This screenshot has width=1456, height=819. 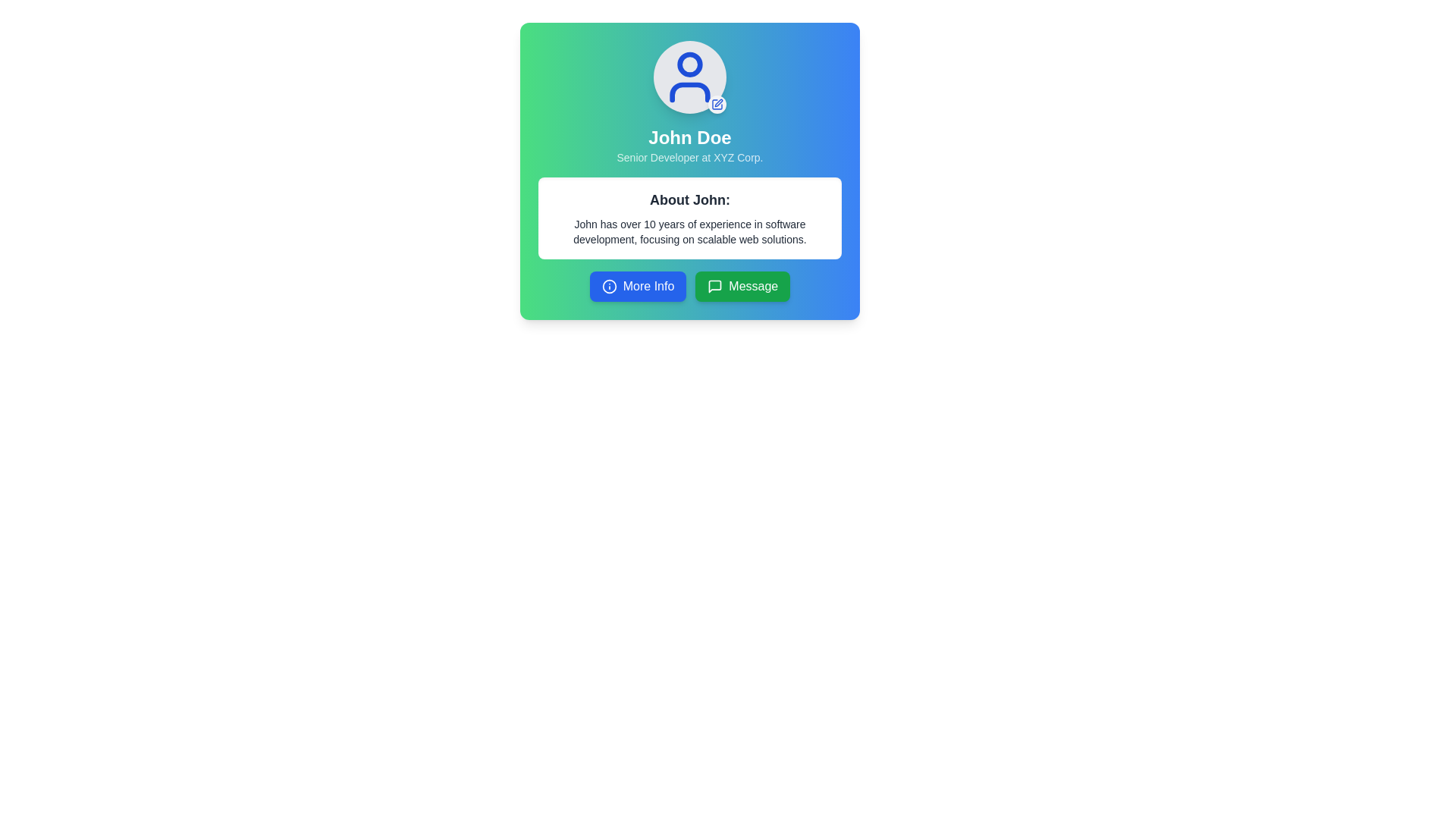 What do you see at coordinates (638, 287) in the screenshot?
I see `the leftmost button in the horizontal group of buttons on the profile card layout` at bounding box center [638, 287].